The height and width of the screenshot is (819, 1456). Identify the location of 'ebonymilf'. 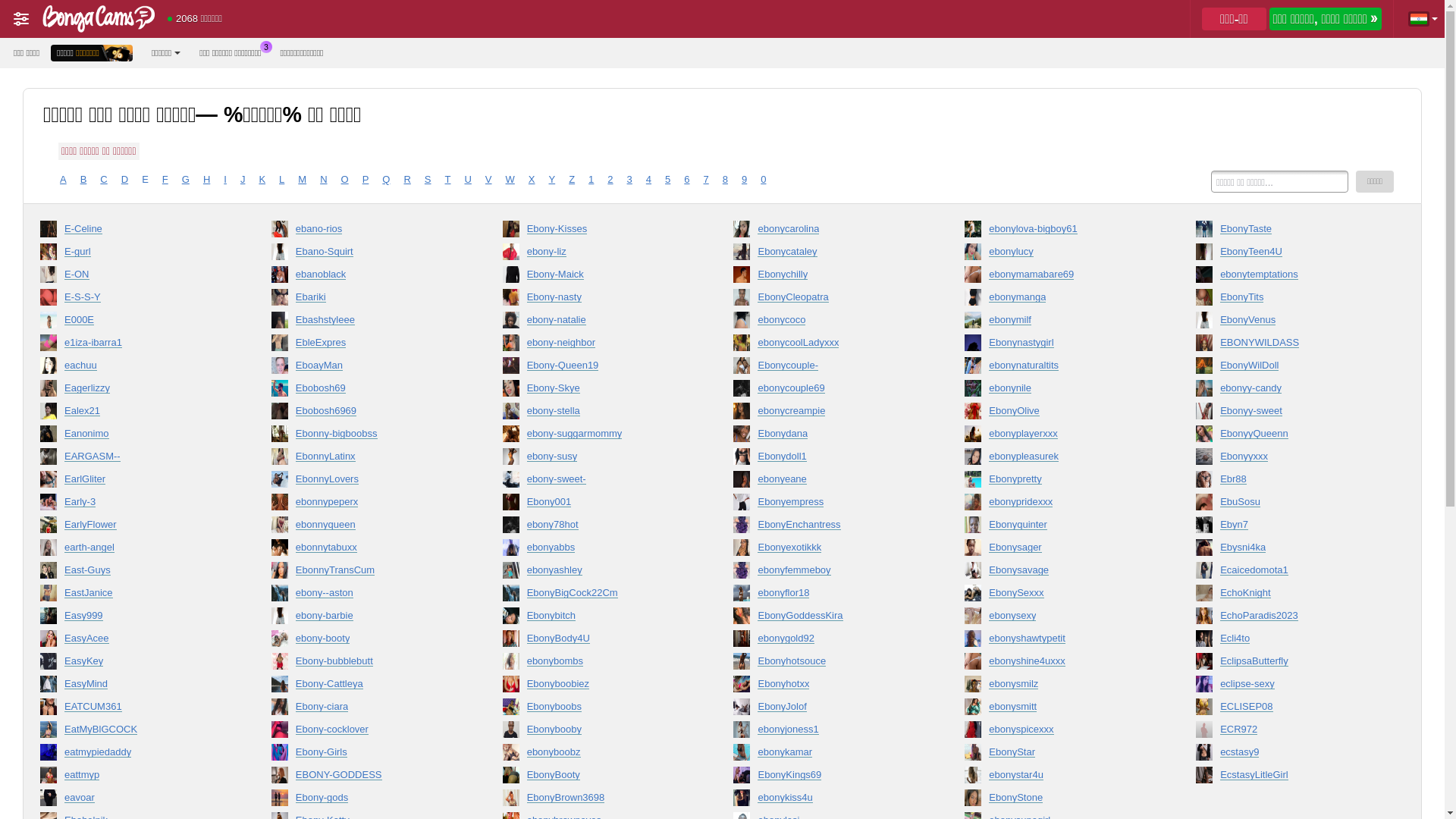
(1058, 322).